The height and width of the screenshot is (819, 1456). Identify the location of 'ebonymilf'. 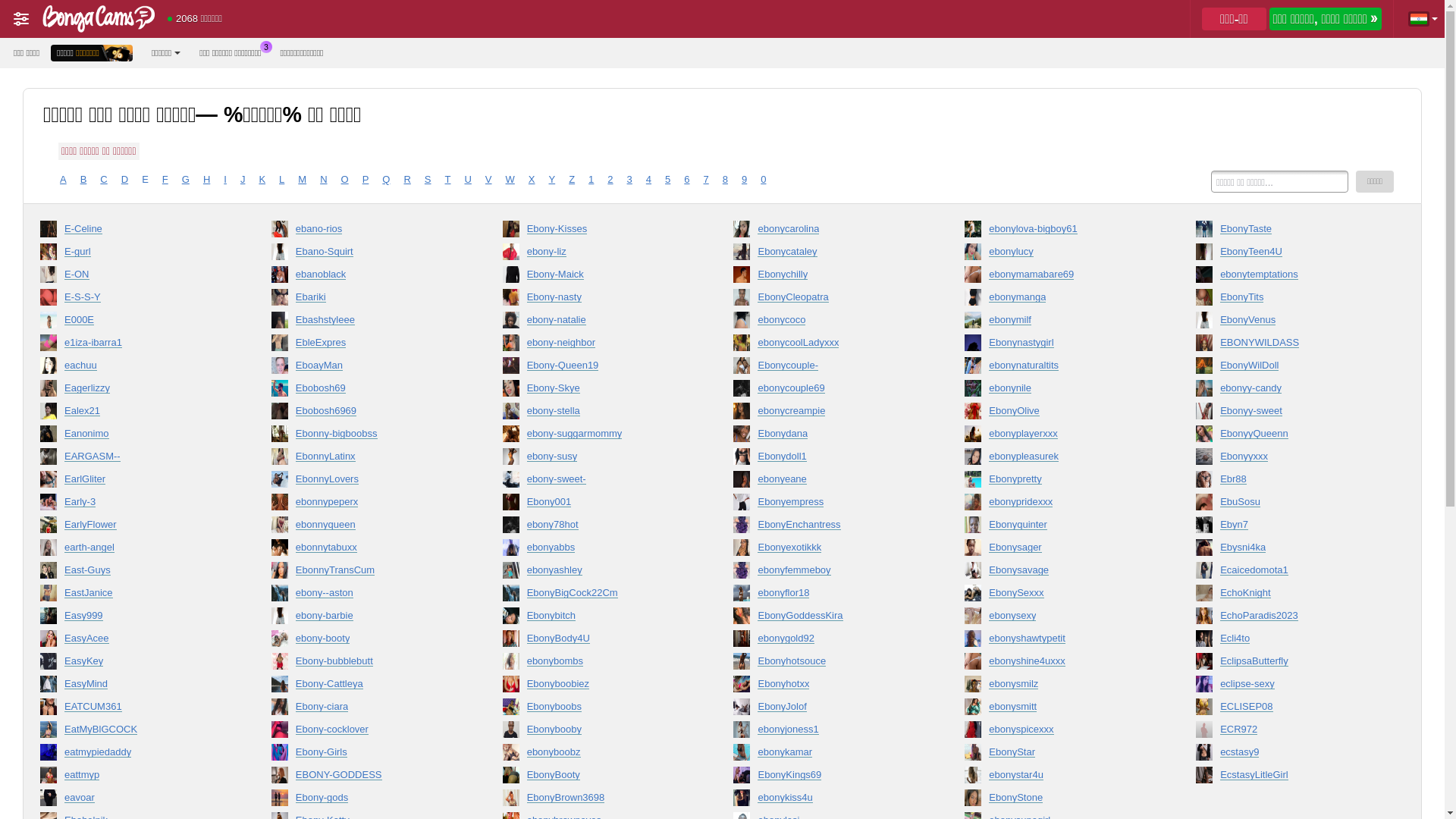
(1058, 322).